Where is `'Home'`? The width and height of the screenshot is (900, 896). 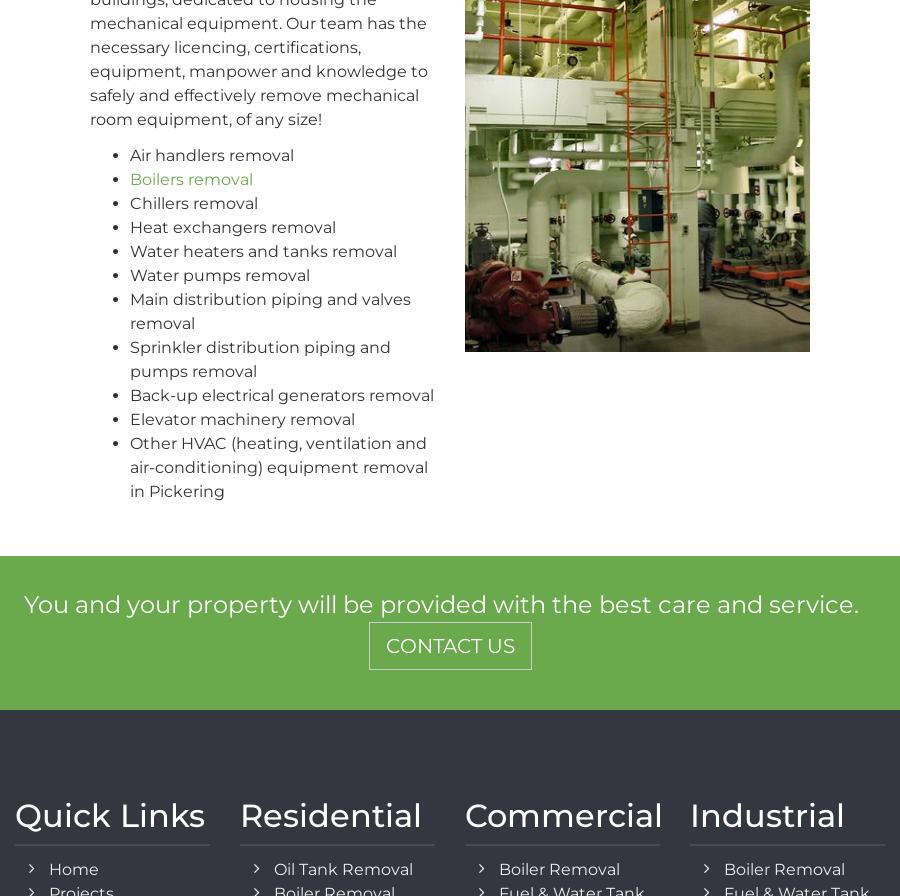 'Home' is located at coordinates (72, 868).